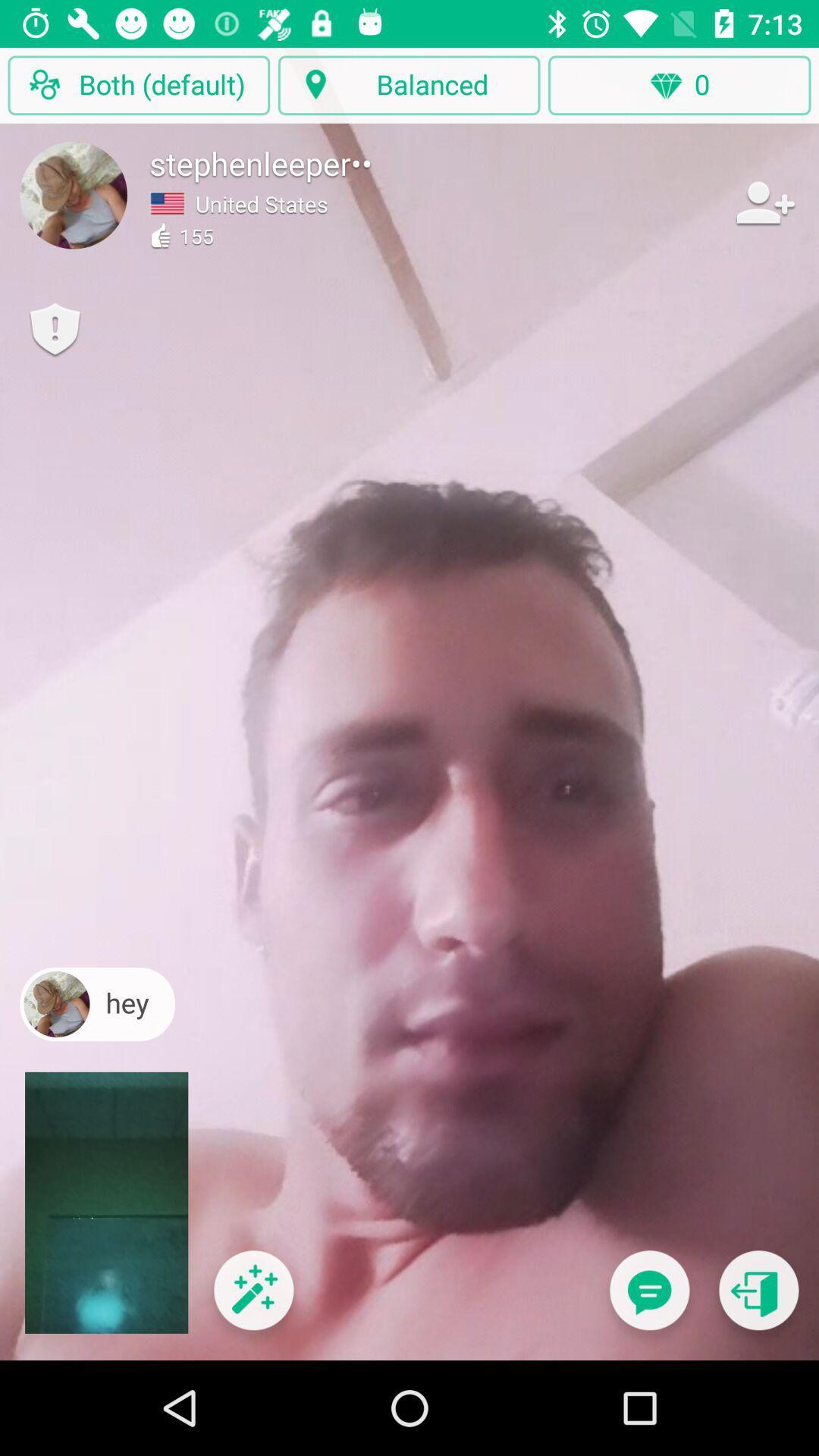 This screenshot has height=1456, width=819. What do you see at coordinates (764, 202) in the screenshot?
I see `to contacts` at bounding box center [764, 202].